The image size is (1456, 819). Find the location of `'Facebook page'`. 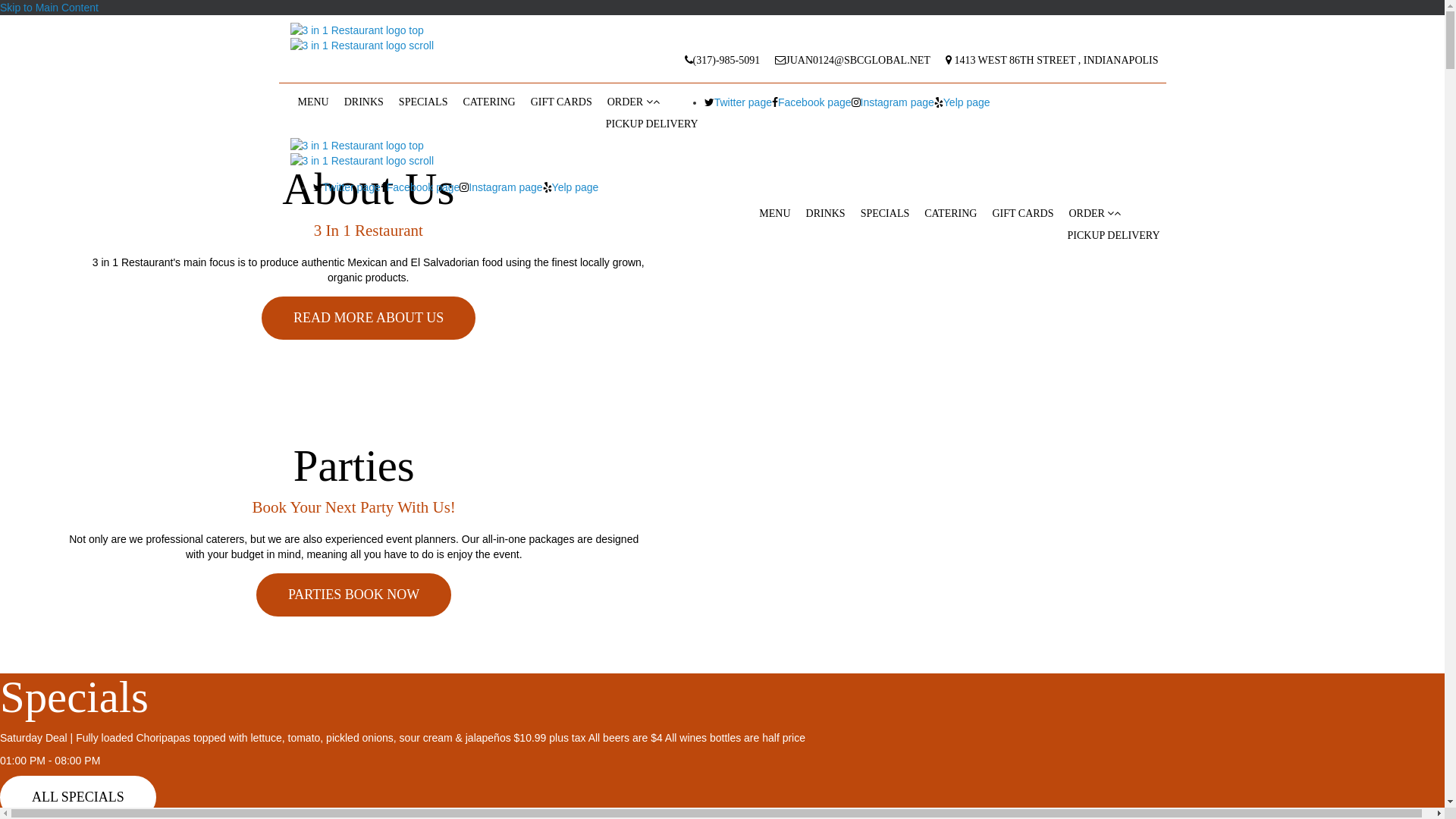

'Facebook page' is located at coordinates (771, 102).